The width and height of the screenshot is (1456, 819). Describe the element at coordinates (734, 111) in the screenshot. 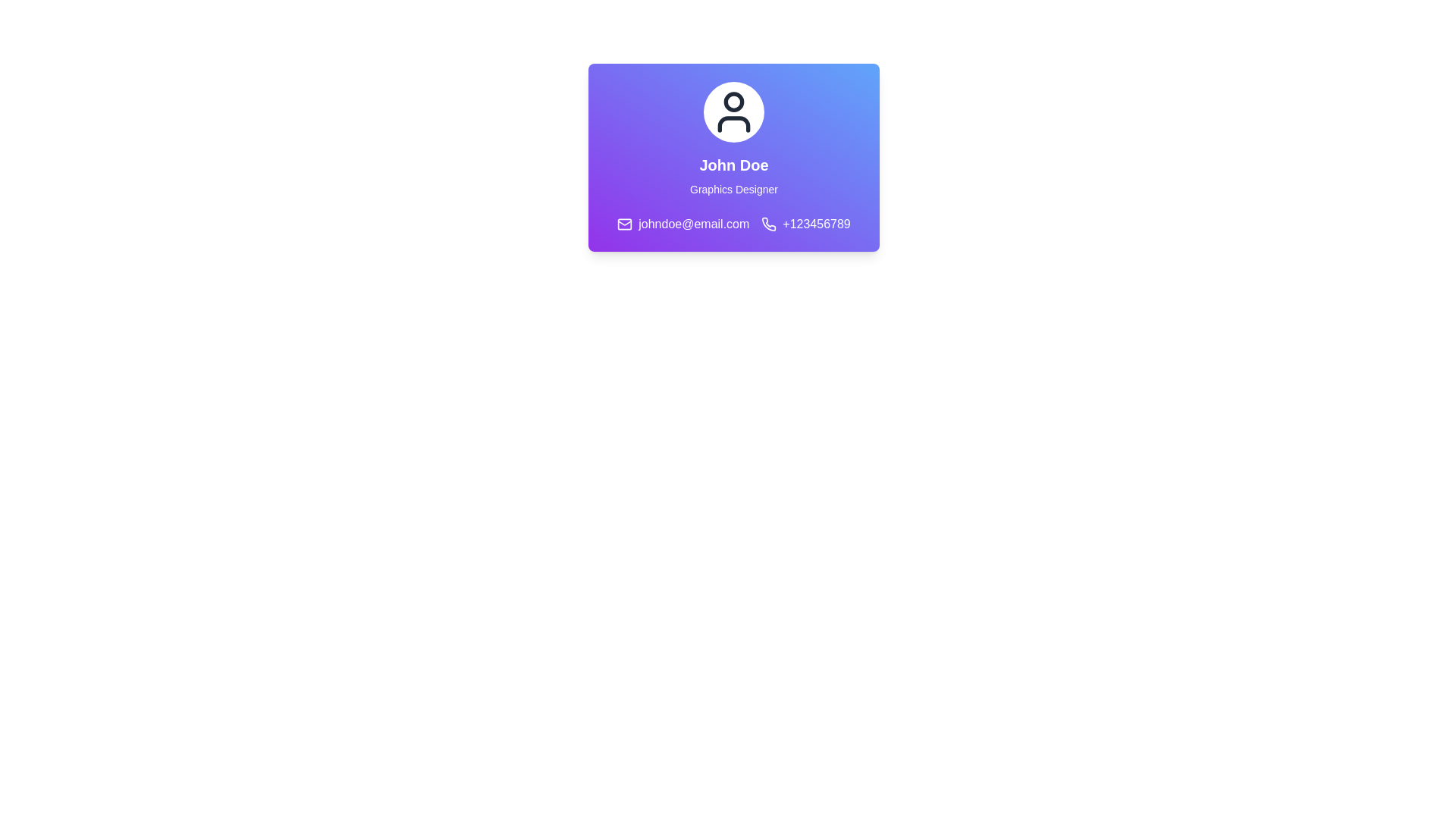

I see `the user profile avatar, which is a white circular area with a thin border containing a dark-colored person icon, located at the top center of the card with a gradient blue-to-purple background` at that location.